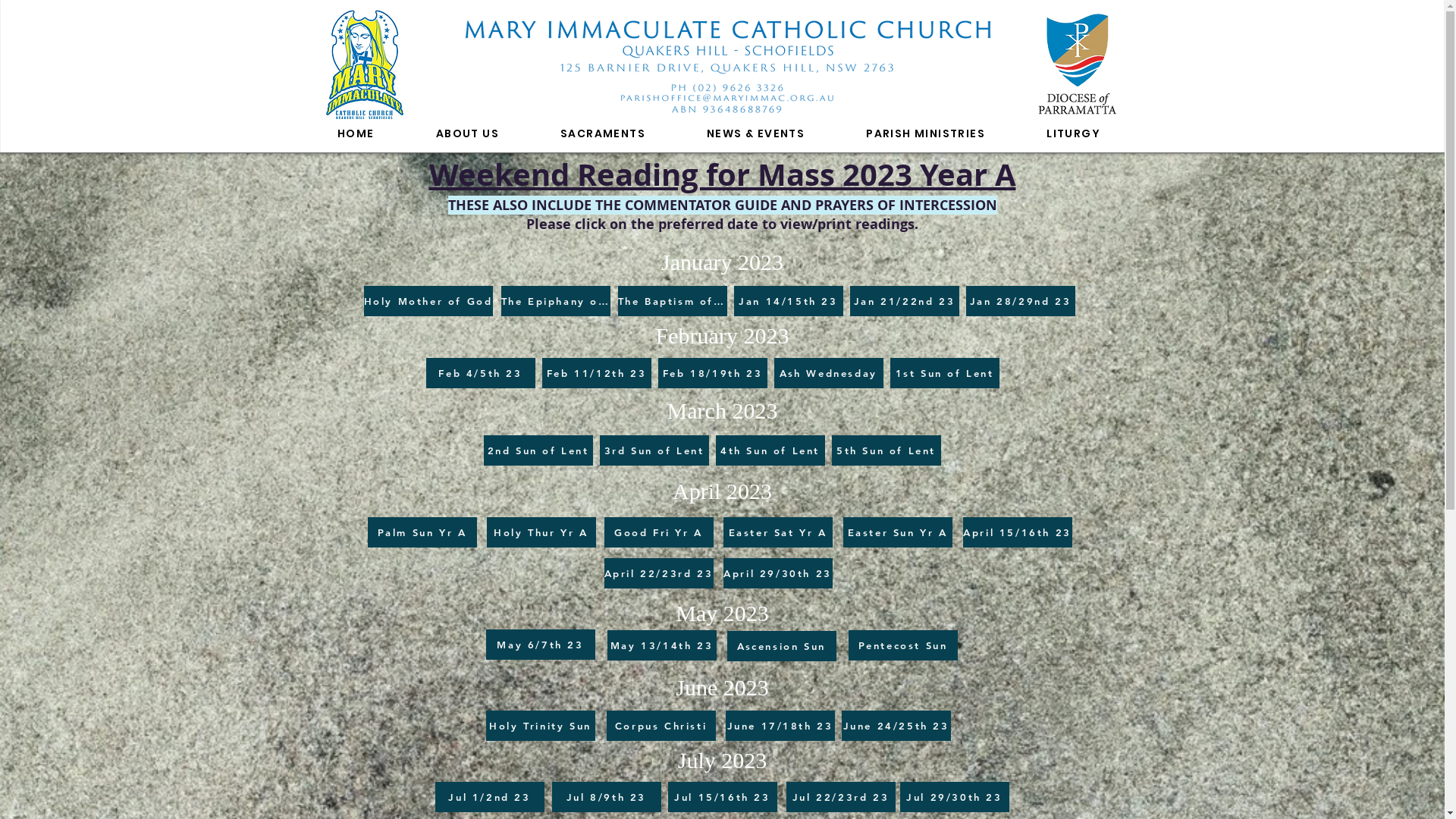  I want to click on 'Jan 14/15th 23', so click(789, 301).